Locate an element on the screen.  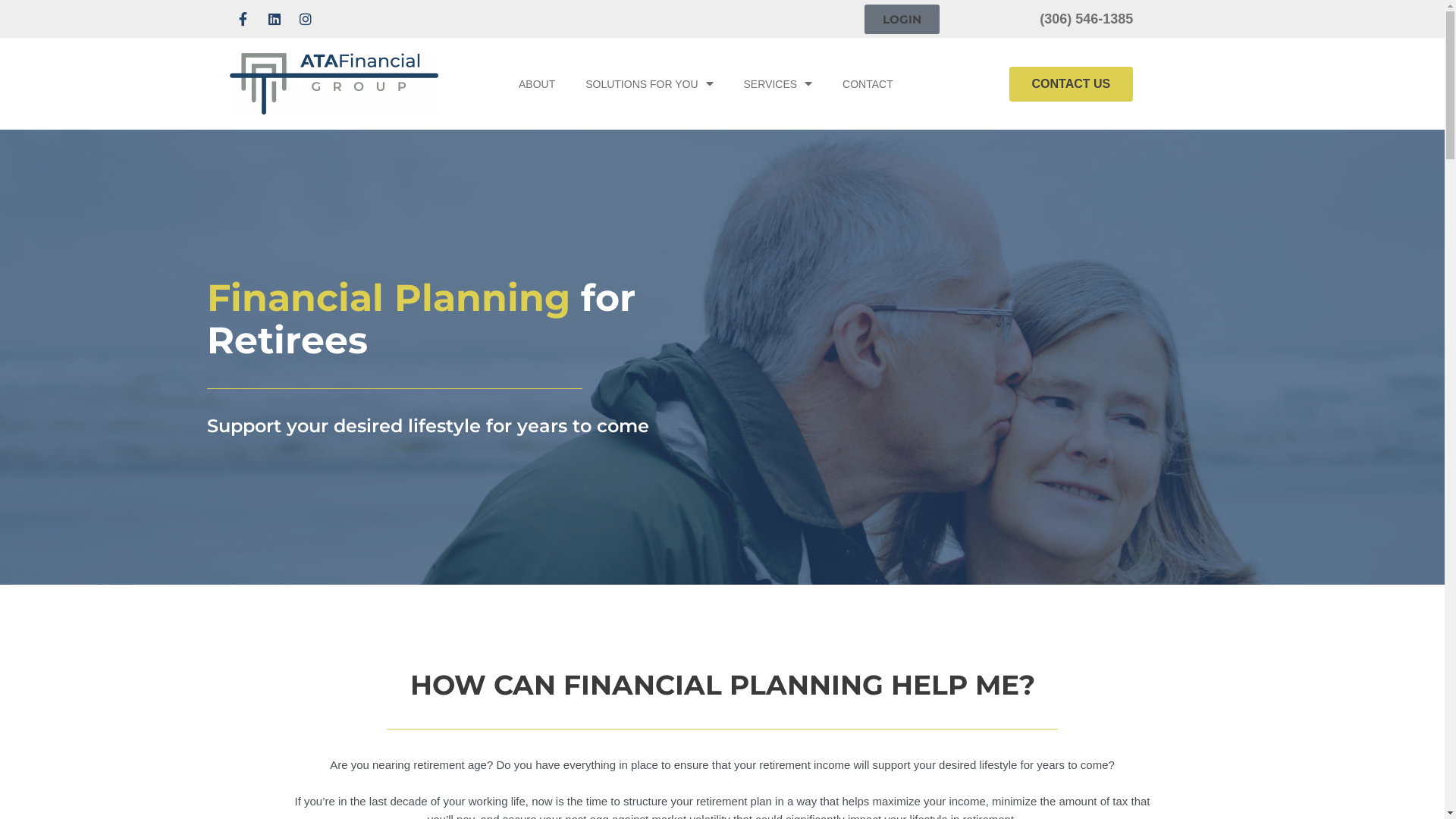
'SOLUTIONS FOR YOU' is located at coordinates (648, 84).